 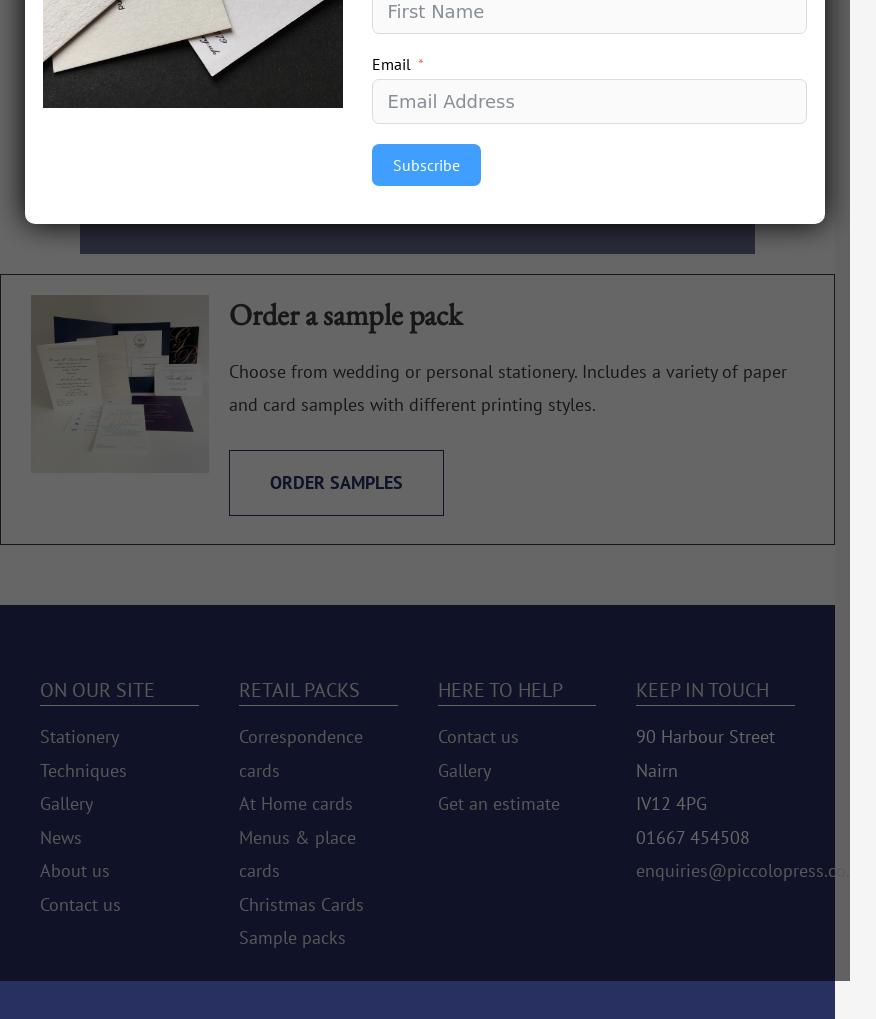 What do you see at coordinates (298, 688) in the screenshot?
I see `'Retail packs'` at bounding box center [298, 688].